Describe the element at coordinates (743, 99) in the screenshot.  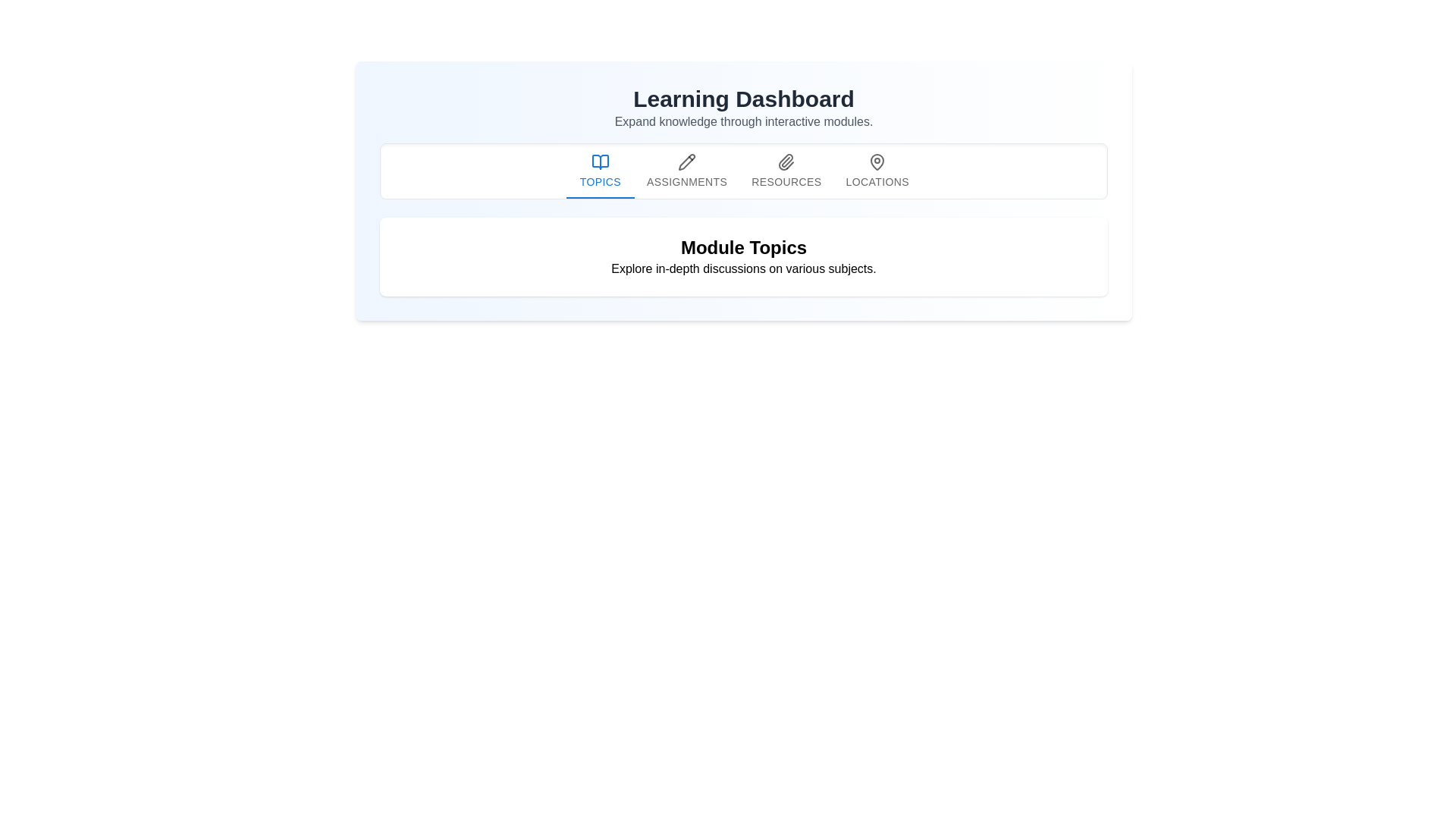
I see `text label 'Learning Dashboard' which is prominently displayed at the top-center of the interface in a large bold font` at that location.